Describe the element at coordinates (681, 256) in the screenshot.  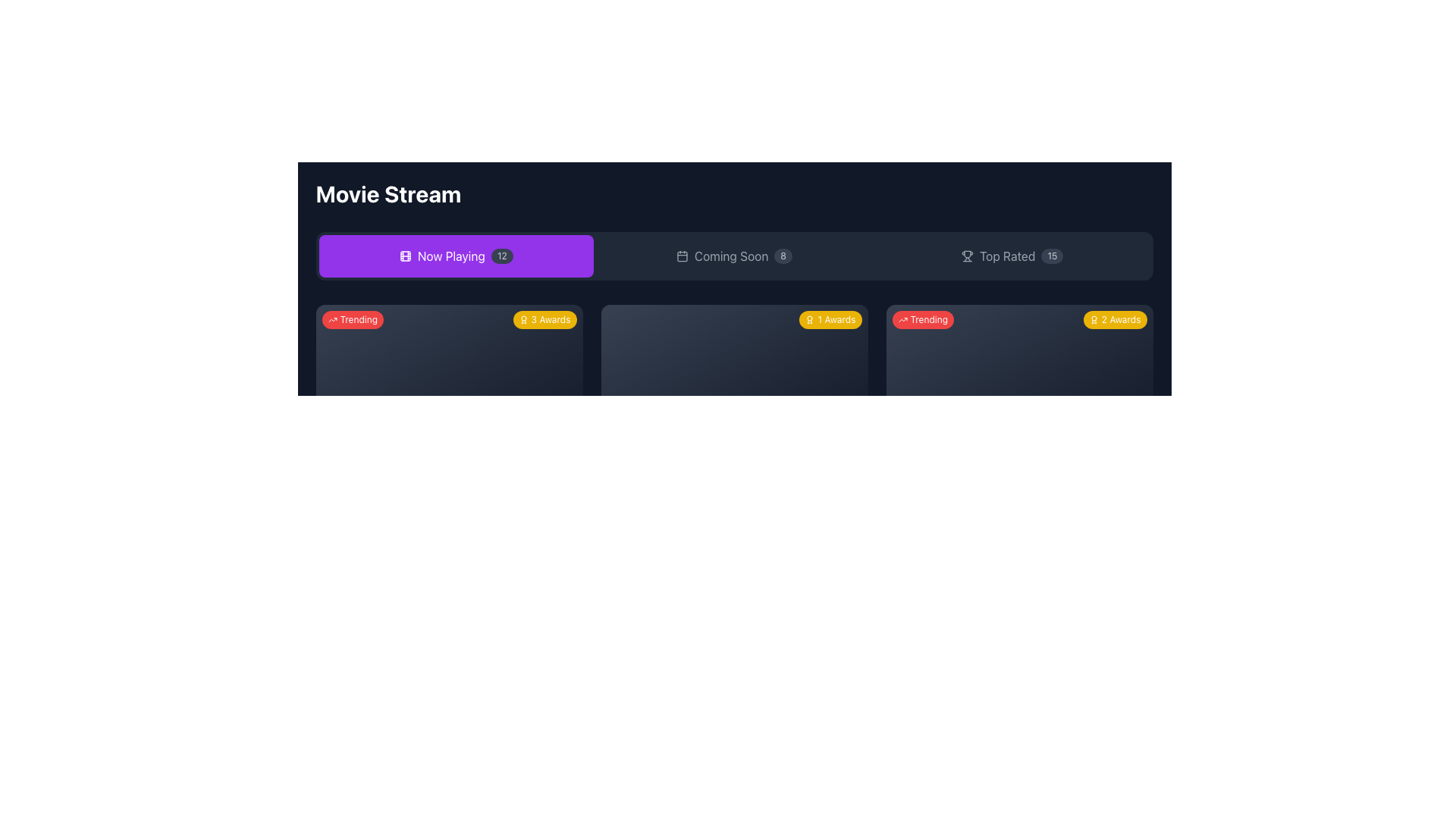
I see `the Decorative Rectangle element located centrally within the calendar icon, which is positioned between the 'Now Playing' button and the 'Top Rated' button` at that location.